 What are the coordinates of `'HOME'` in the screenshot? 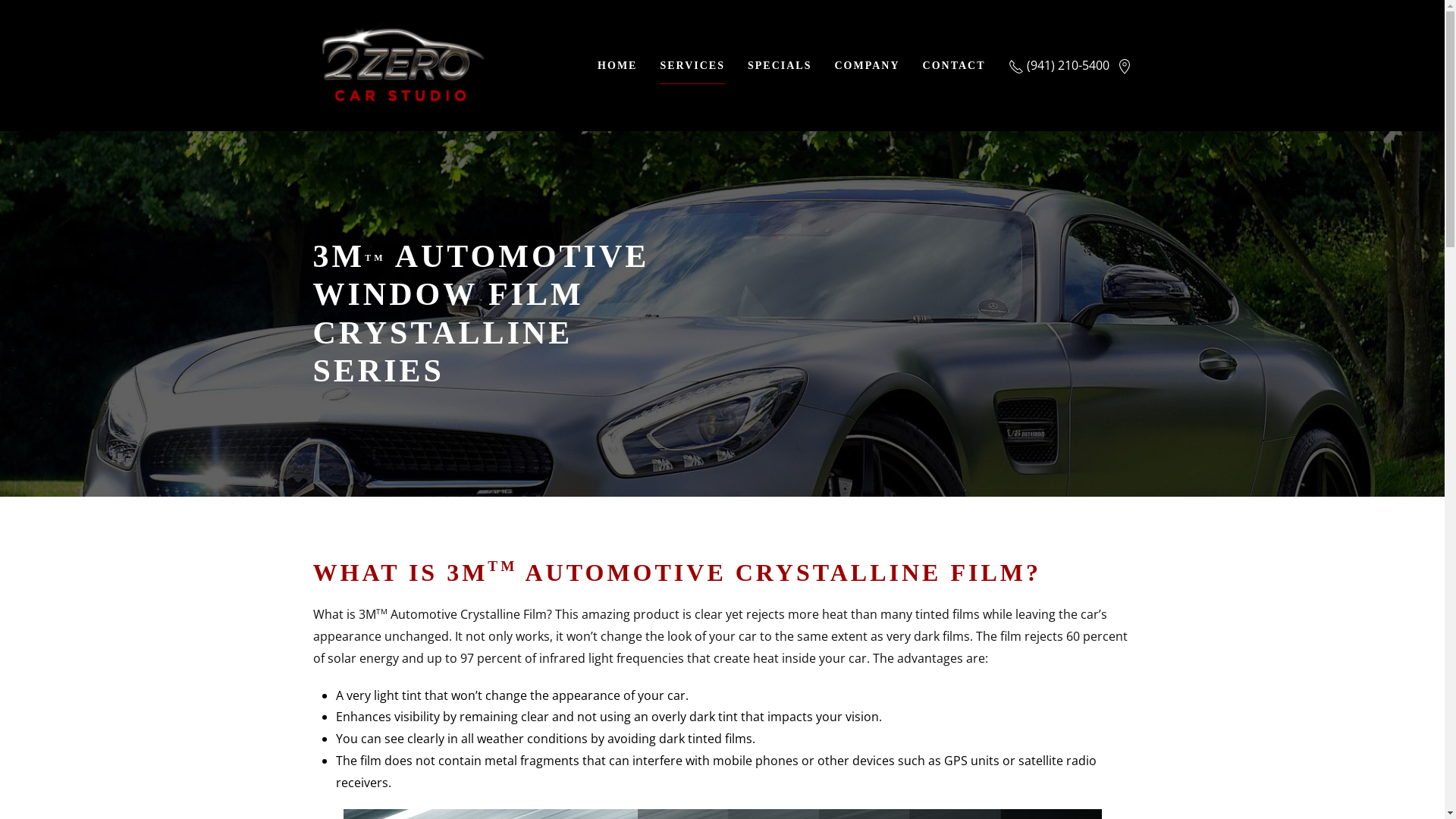 It's located at (617, 64).